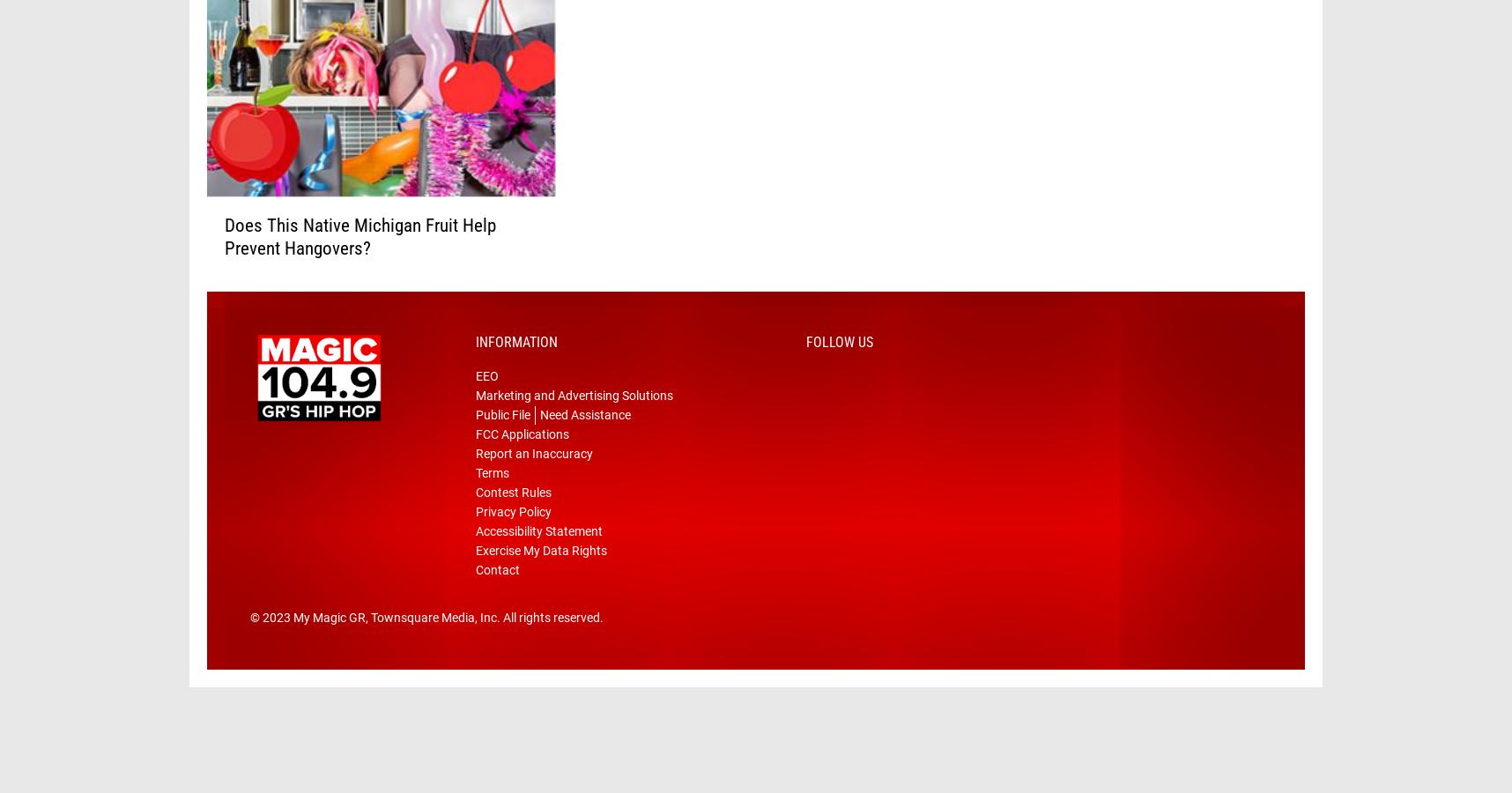 This screenshot has height=793, width=1512. I want to click on 'Privacy Policy', so click(513, 539).